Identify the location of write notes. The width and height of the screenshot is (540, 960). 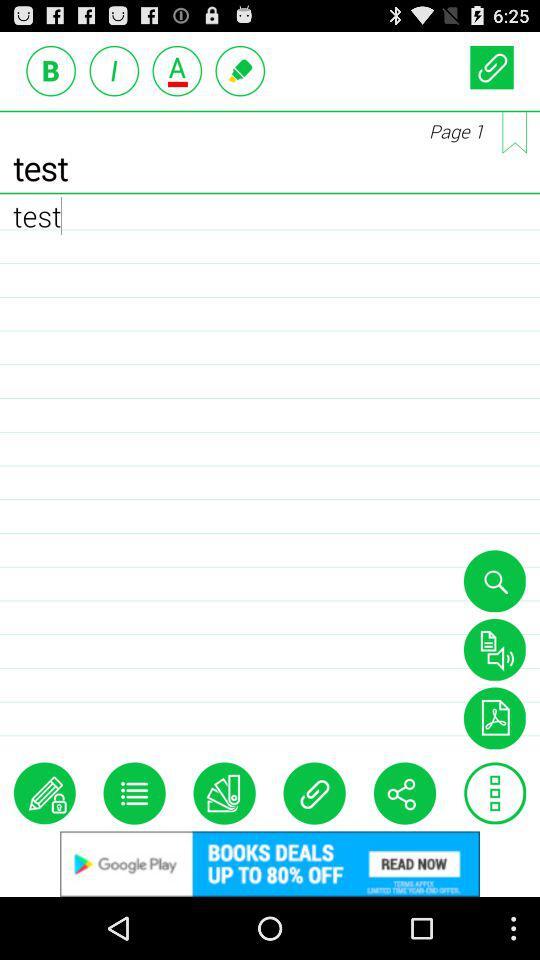
(44, 793).